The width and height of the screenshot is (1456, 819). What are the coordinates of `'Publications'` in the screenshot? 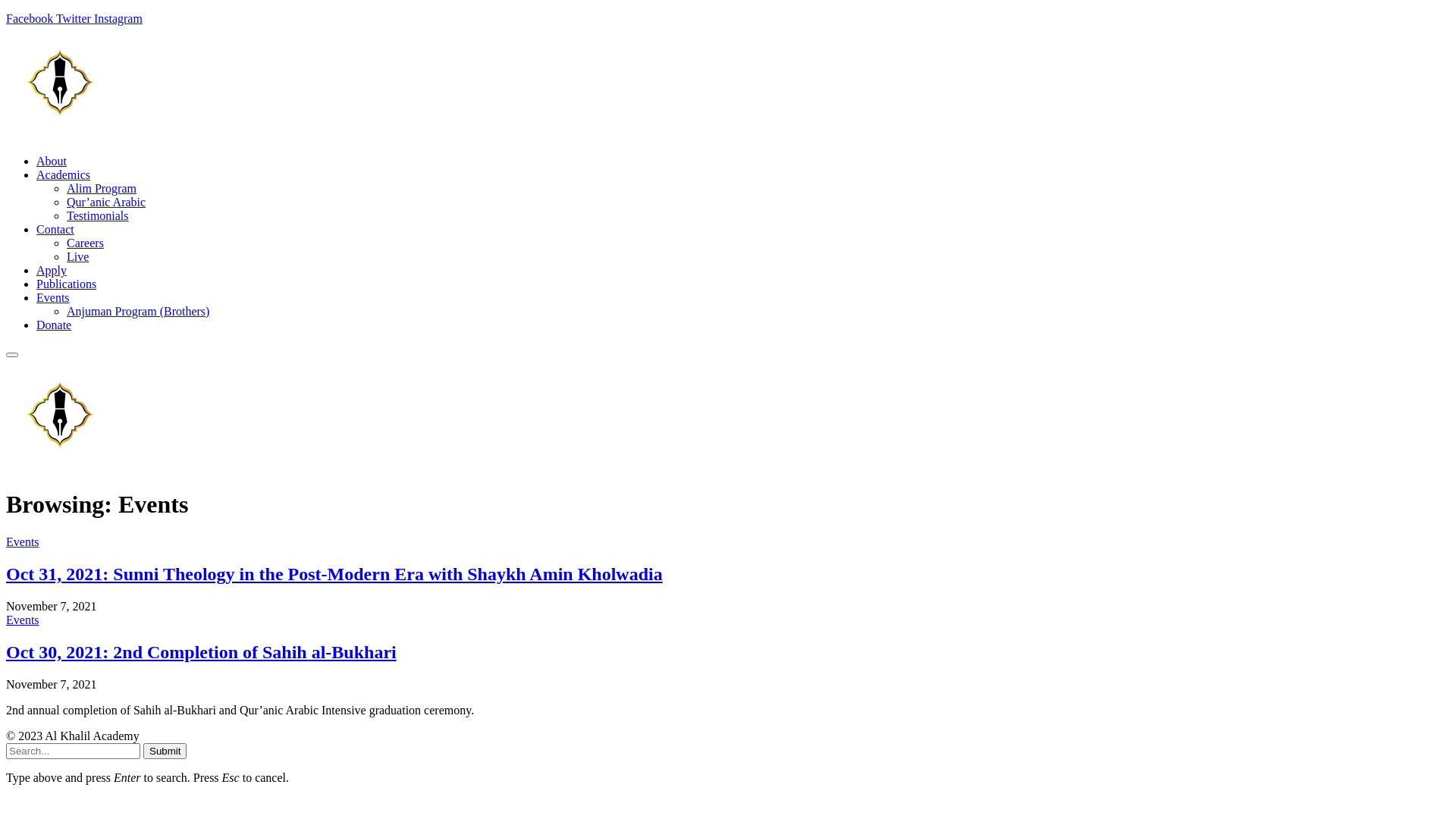 It's located at (36, 284).